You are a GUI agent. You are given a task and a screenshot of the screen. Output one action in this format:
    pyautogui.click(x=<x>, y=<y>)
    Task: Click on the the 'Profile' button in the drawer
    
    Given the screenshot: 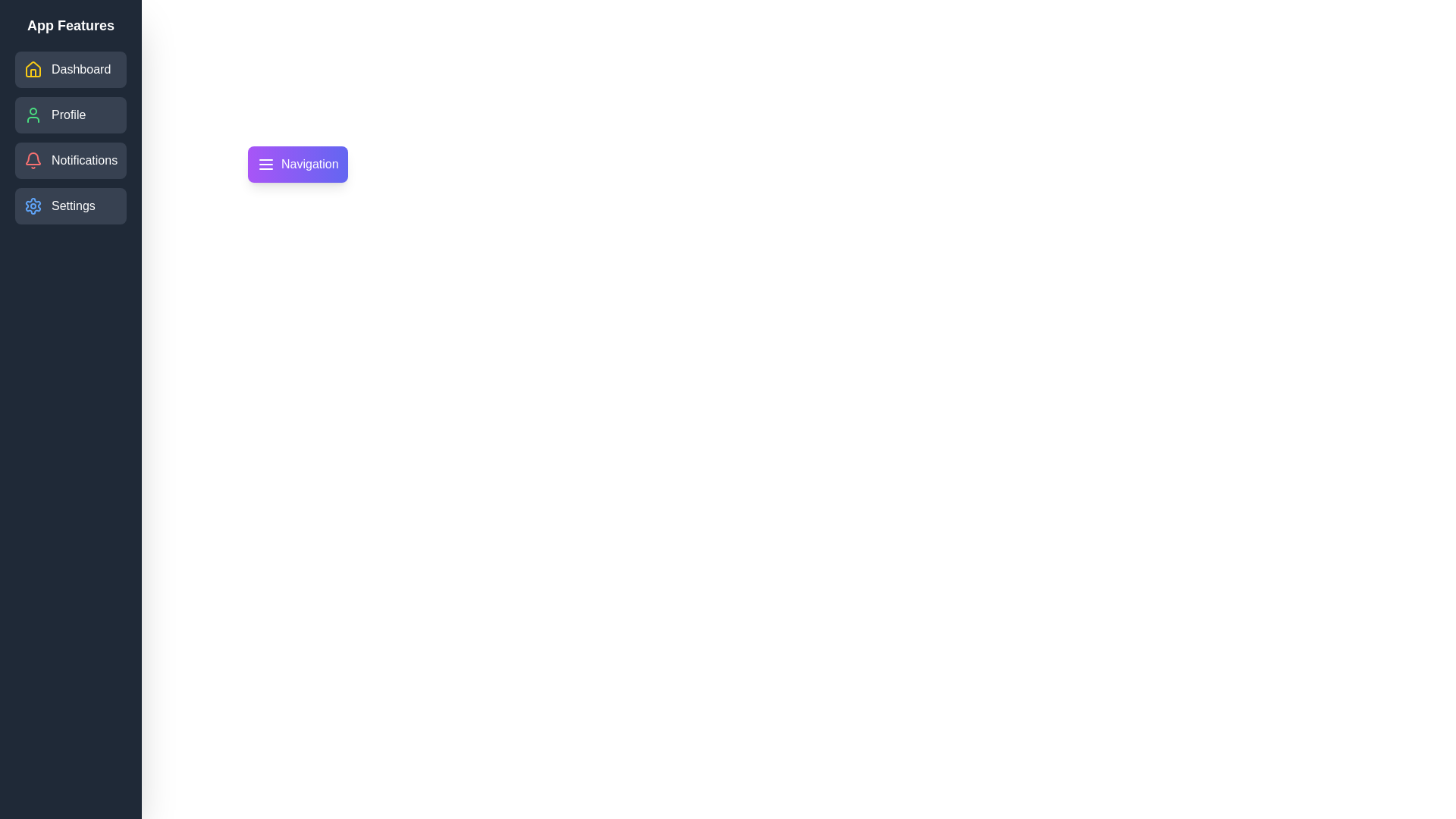 What is the action you would take?
    pyautogui.click(x=70, y=114)
    